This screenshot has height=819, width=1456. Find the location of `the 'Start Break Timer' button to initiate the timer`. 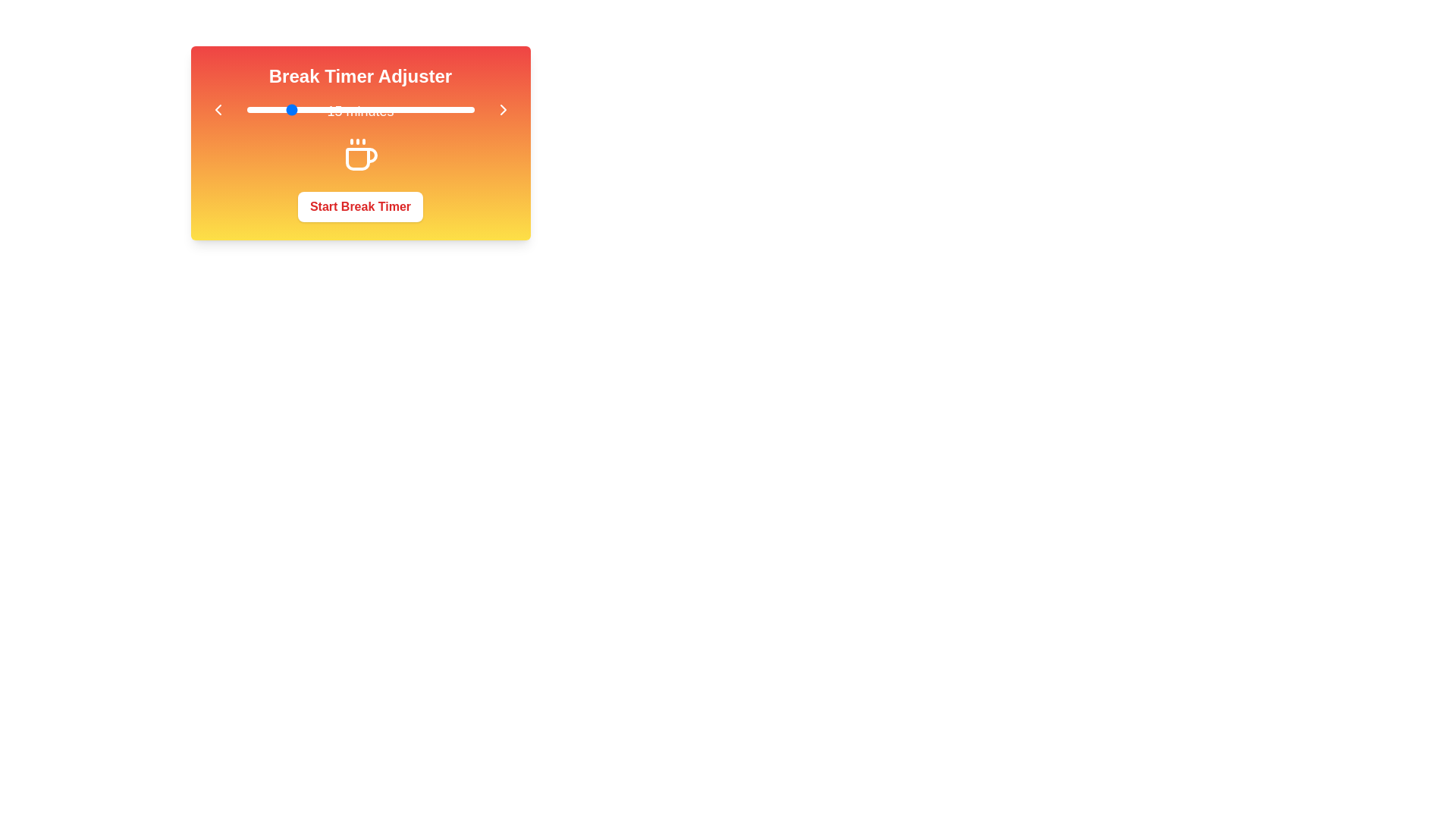

the 'Start Break Timer' button to initiate the timer is located at coordinates (359, 207).